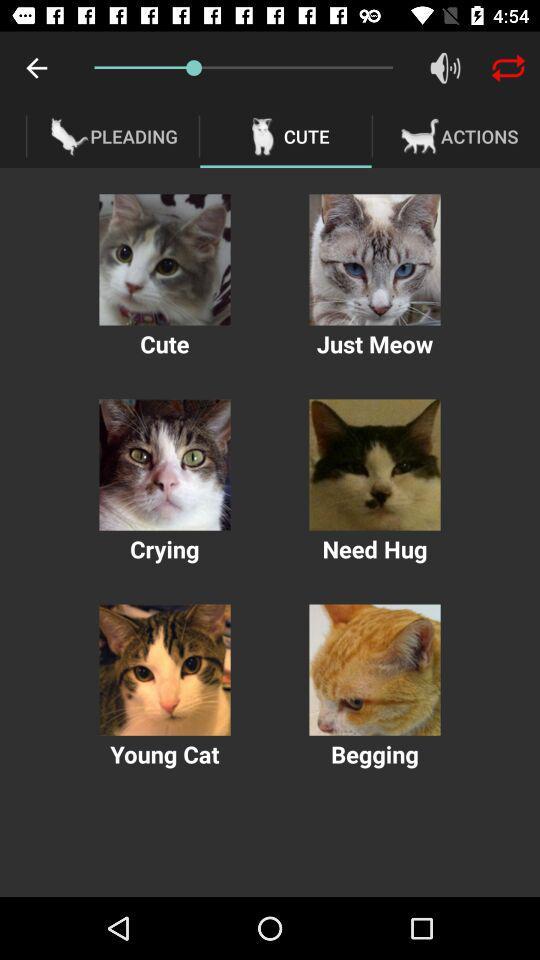  Describe the element at coordinates (374, 670) in the screenshot. I see `option` at that location.